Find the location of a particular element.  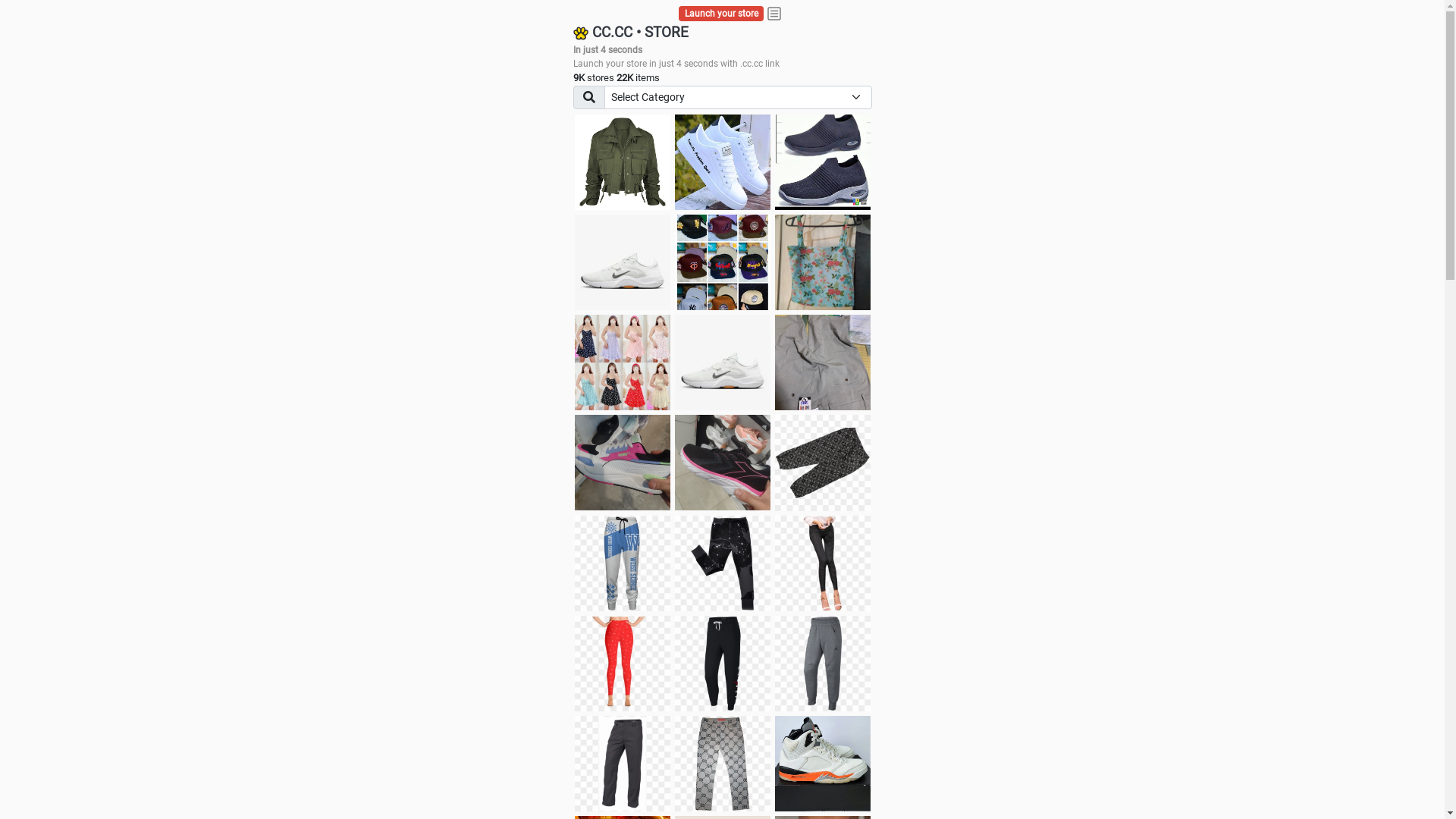

'white shoes' is located at coordinates (722, 162).